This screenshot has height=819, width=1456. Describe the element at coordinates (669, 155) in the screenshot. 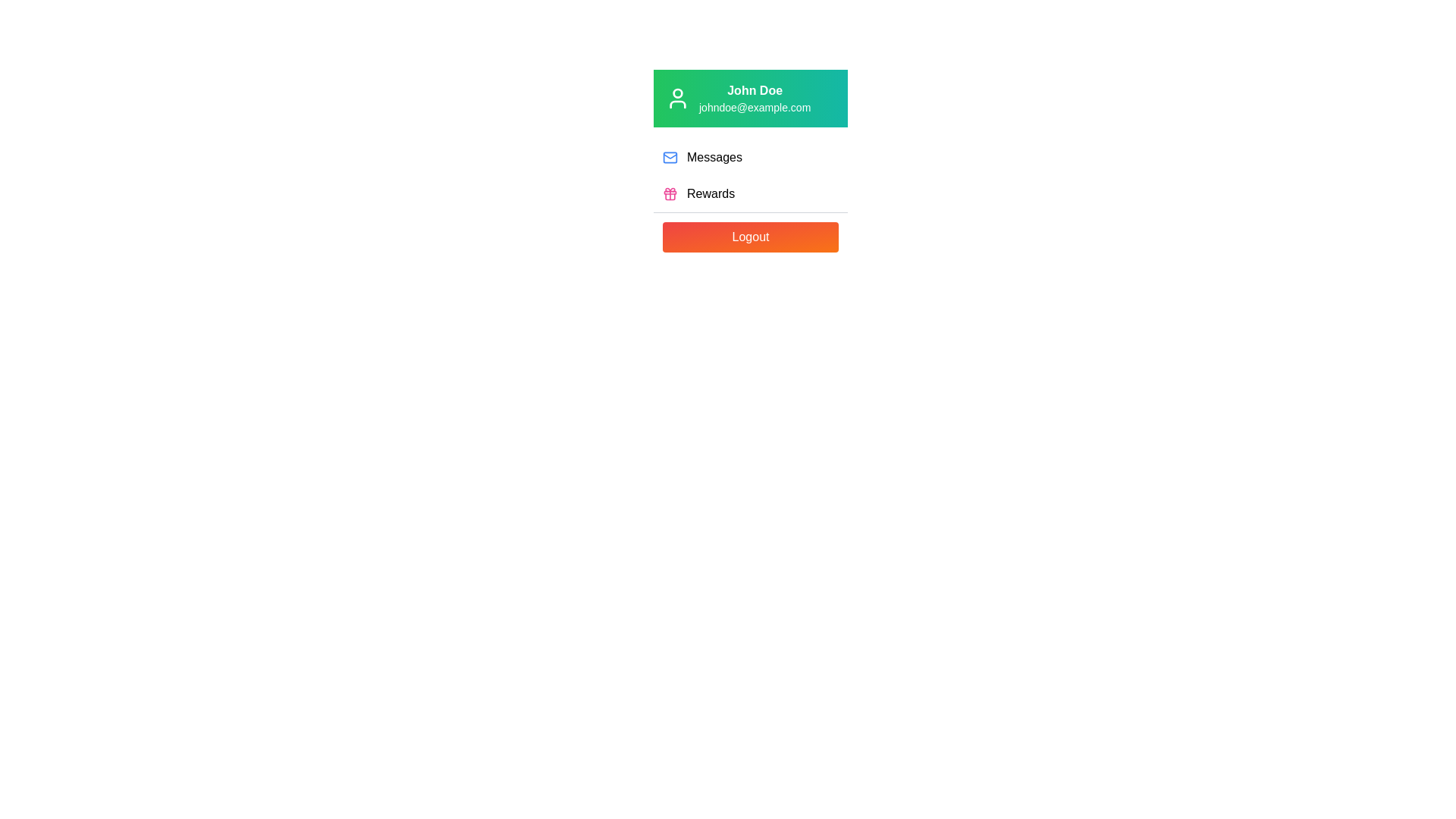

I see `the decorative email envelope icon located next to the 'Messages' label in the interface` at that location.